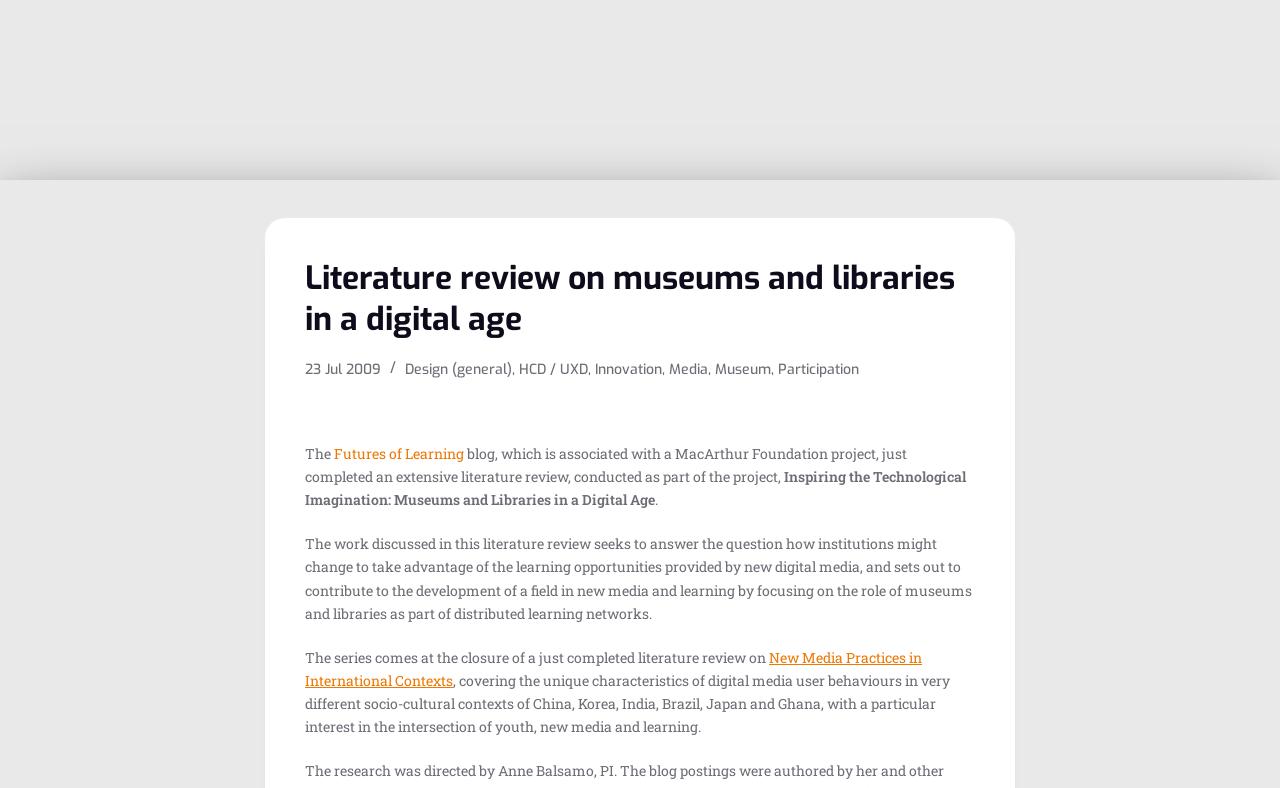  I want to click on 'Educational services', so click(784, 259).